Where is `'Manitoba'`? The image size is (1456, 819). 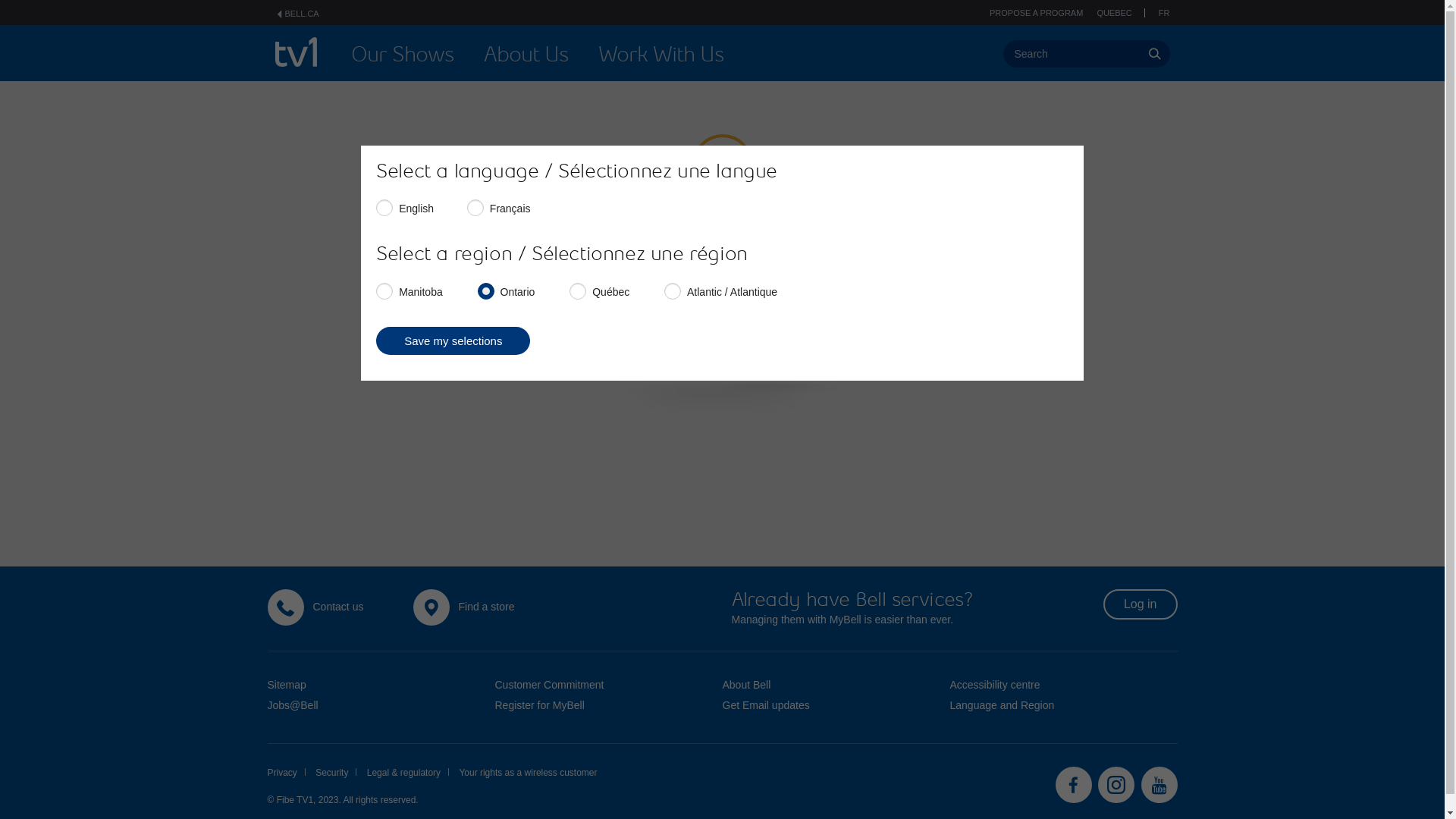
'Manitoba' is located at coordinates (381, 287).